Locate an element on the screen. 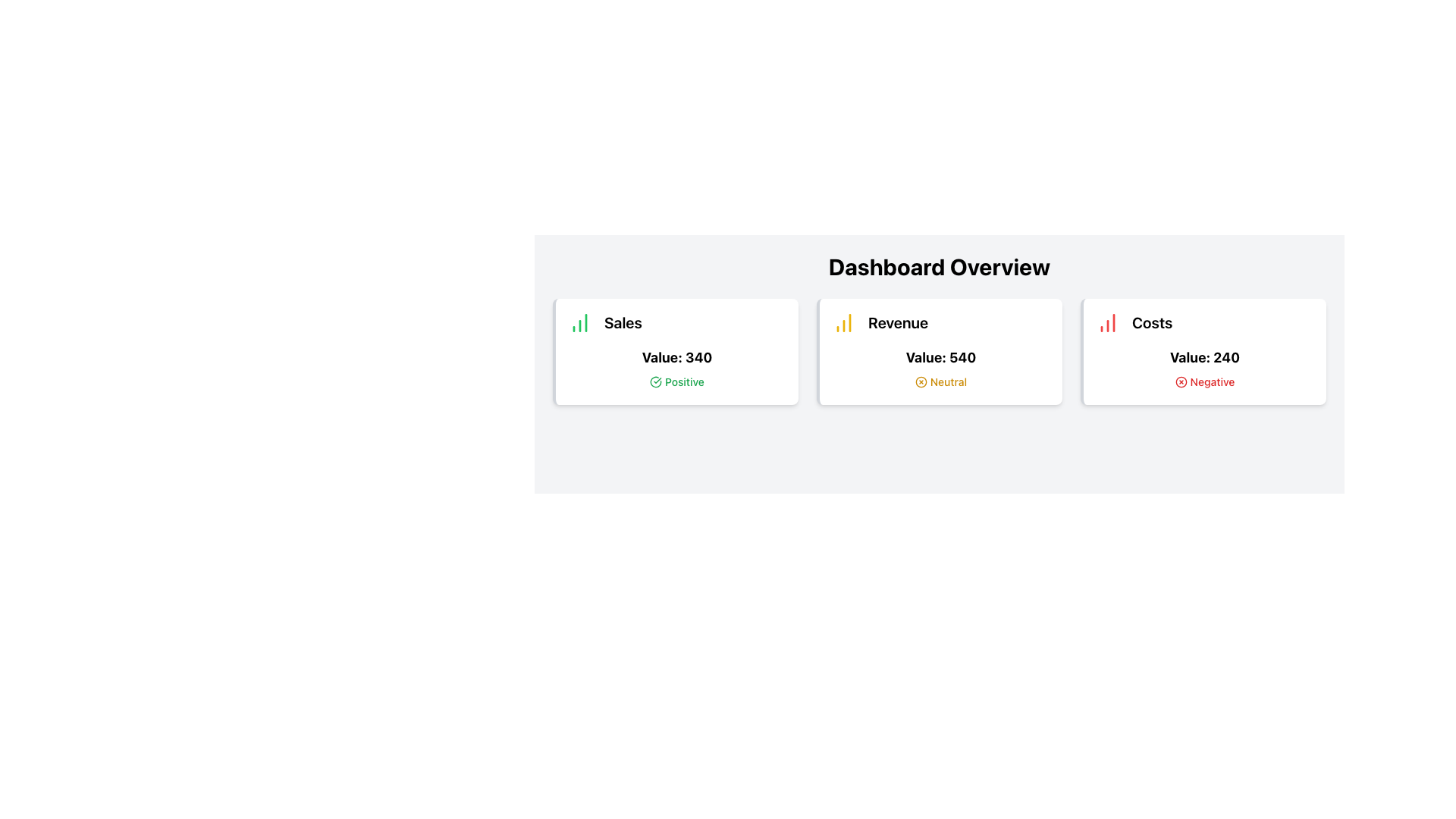 Image resolution: width=1456 pixels, height=819 pixels. the green circular icon with a checkmark located in the 'Sales' data card, near the top-left corner adjacent to the label 'Sales' is located at coordinates (656, 381).